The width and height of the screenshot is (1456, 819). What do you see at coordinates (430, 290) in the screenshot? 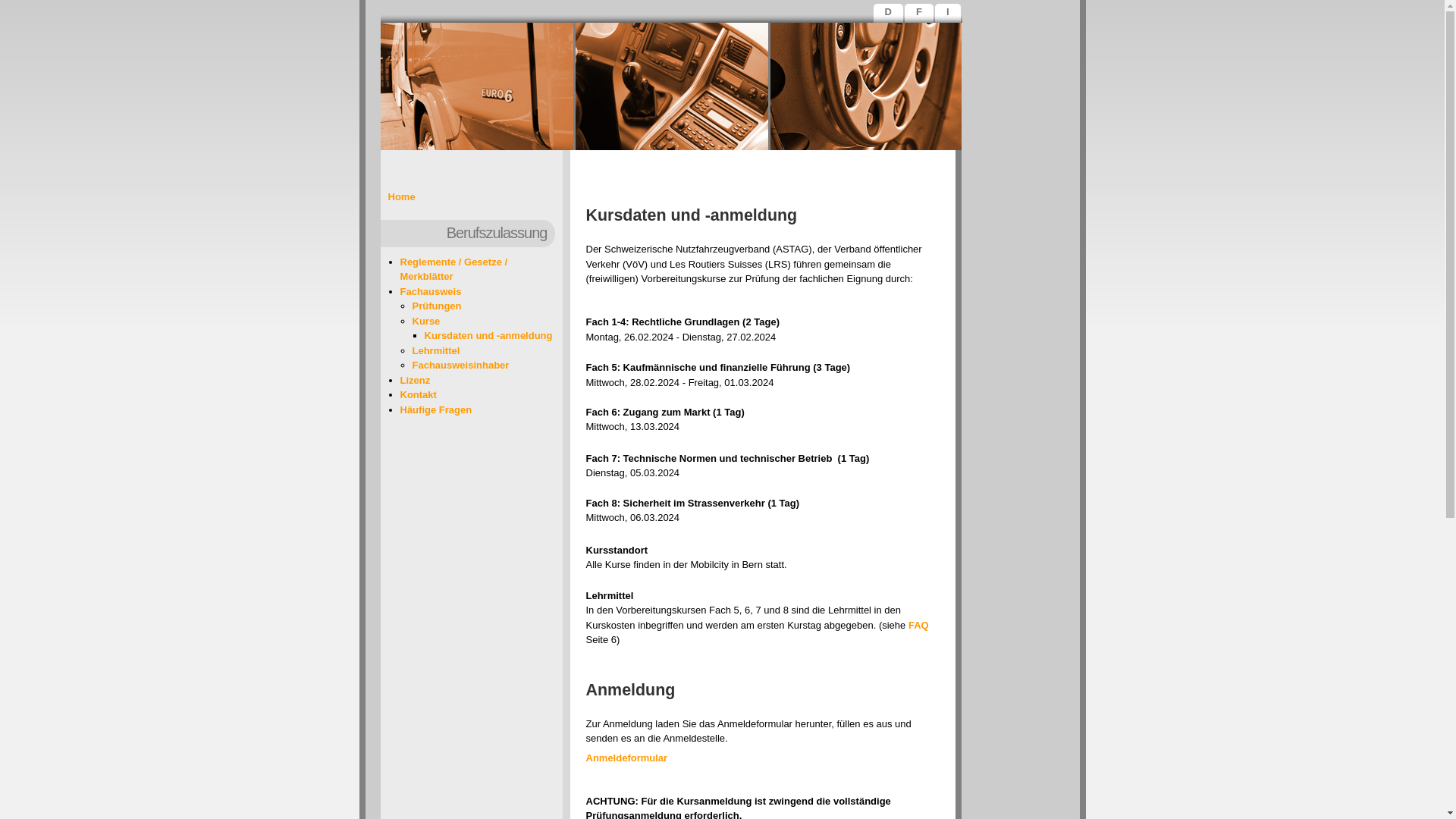
I see `'Fachausweis'` at bounding box center [430, 290].